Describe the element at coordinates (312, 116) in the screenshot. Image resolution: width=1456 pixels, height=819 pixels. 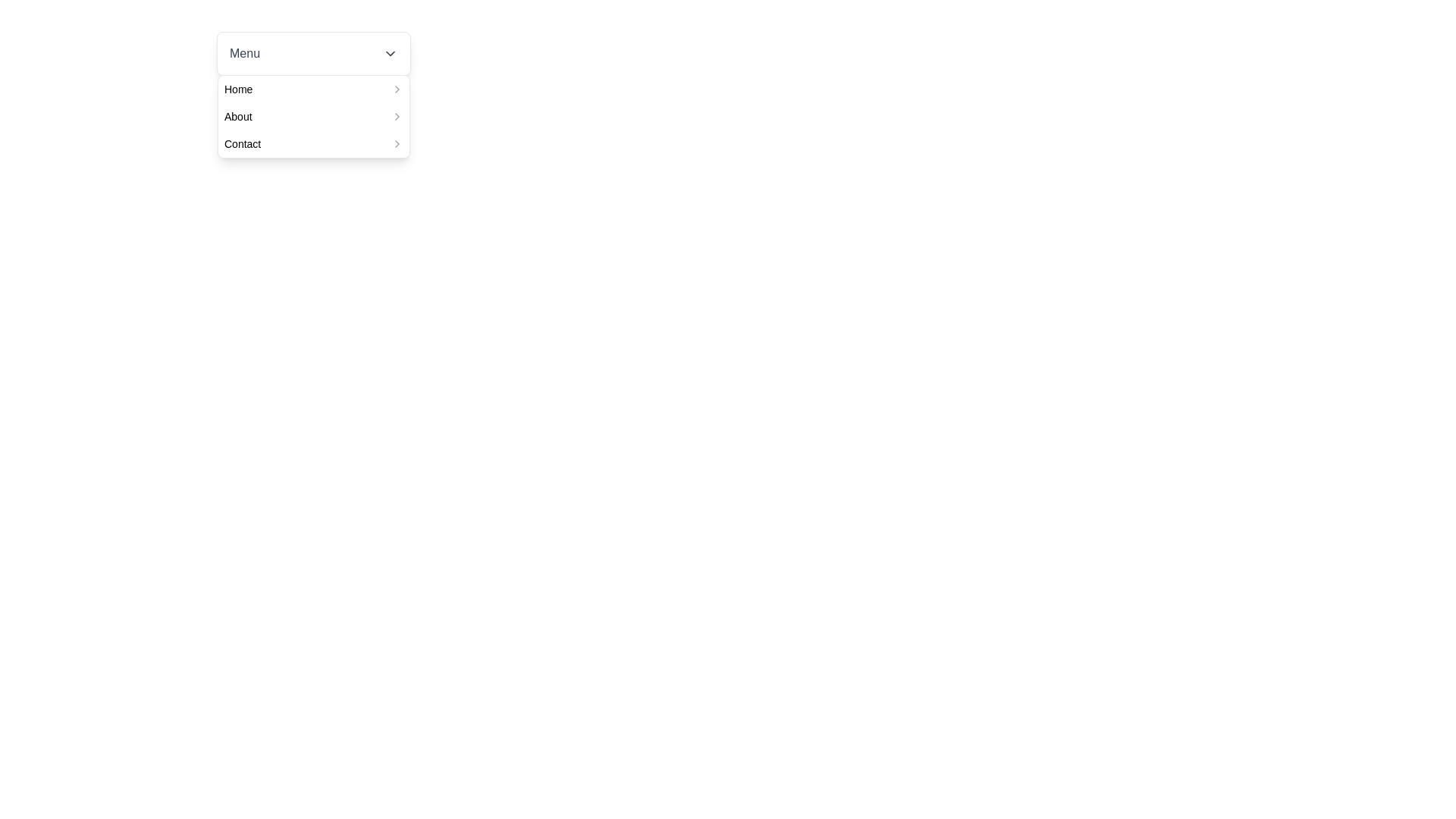
I see `the second menu item in the dropdown menu that leads to the 'About' section, located below 'Home' and above 'Contact'` at that location.